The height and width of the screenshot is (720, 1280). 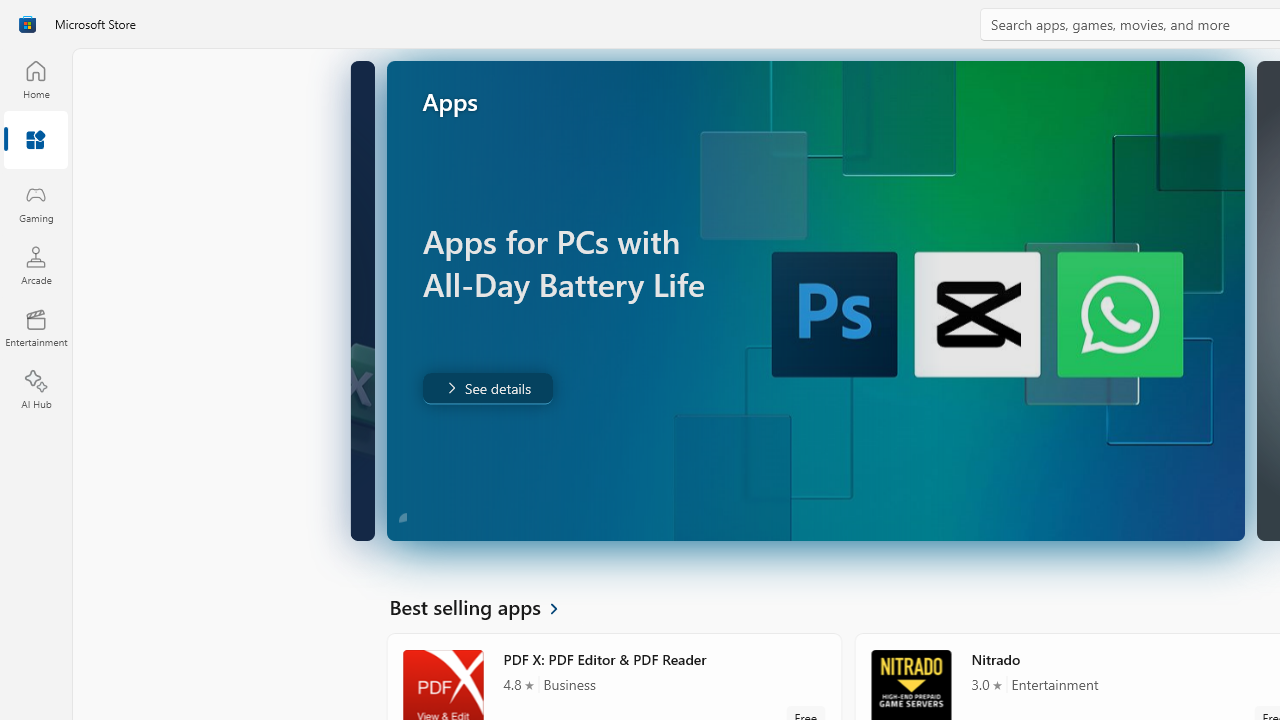 What do you see at coordinates (35, 326) in the screenshot?
I see `'Entertainment'` at bounding box center [35, 326].